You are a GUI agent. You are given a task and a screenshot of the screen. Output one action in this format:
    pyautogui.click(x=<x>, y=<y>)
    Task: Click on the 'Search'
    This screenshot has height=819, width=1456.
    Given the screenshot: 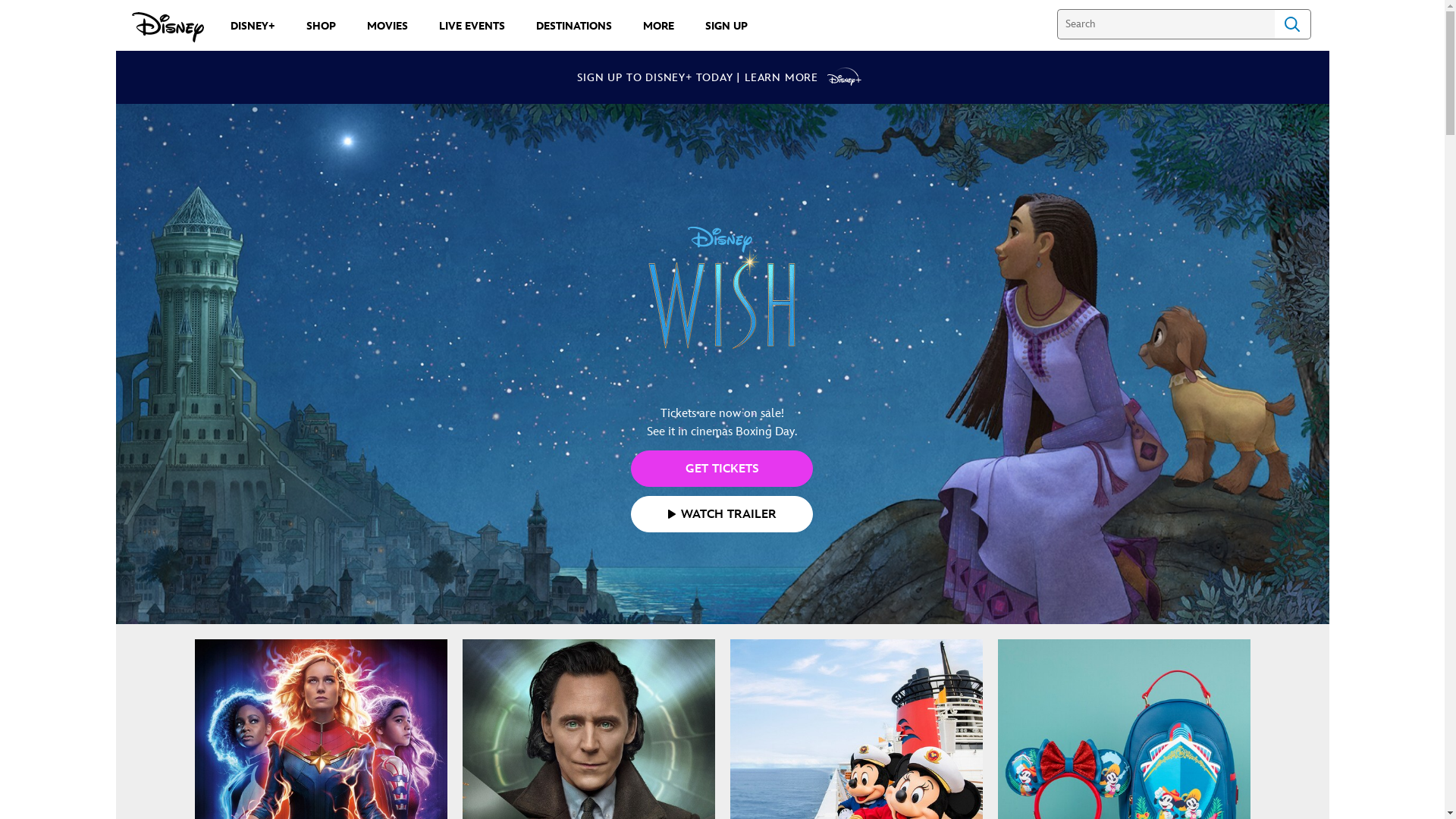 What is the action you would take?
    pyautogui.click(x=1291, y=24)
    